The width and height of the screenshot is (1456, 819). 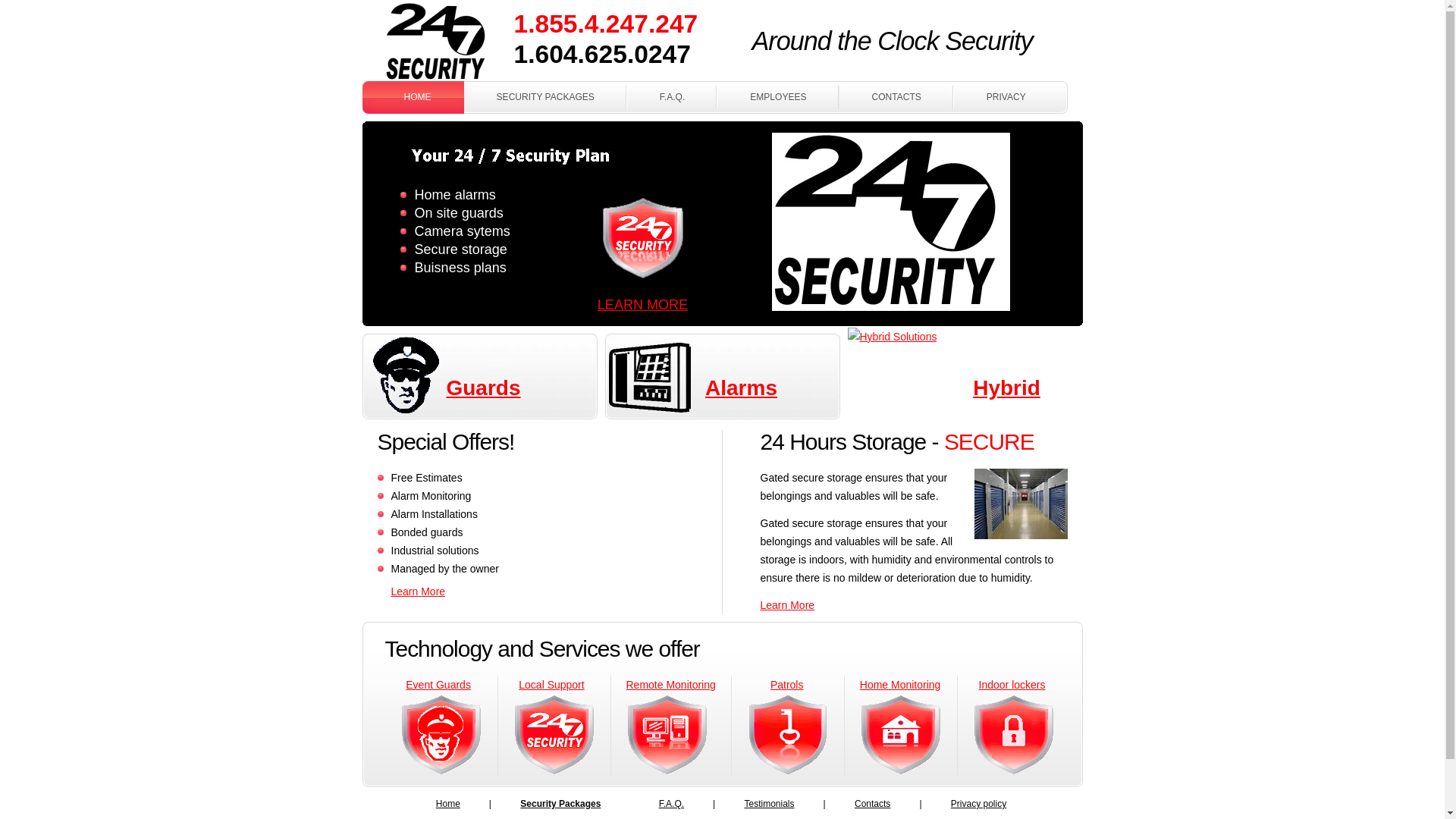 What do you see at coordinates (642, 304) in the screenshot?
I see `'LEARN MORE'` at bounding box center [642, 304].